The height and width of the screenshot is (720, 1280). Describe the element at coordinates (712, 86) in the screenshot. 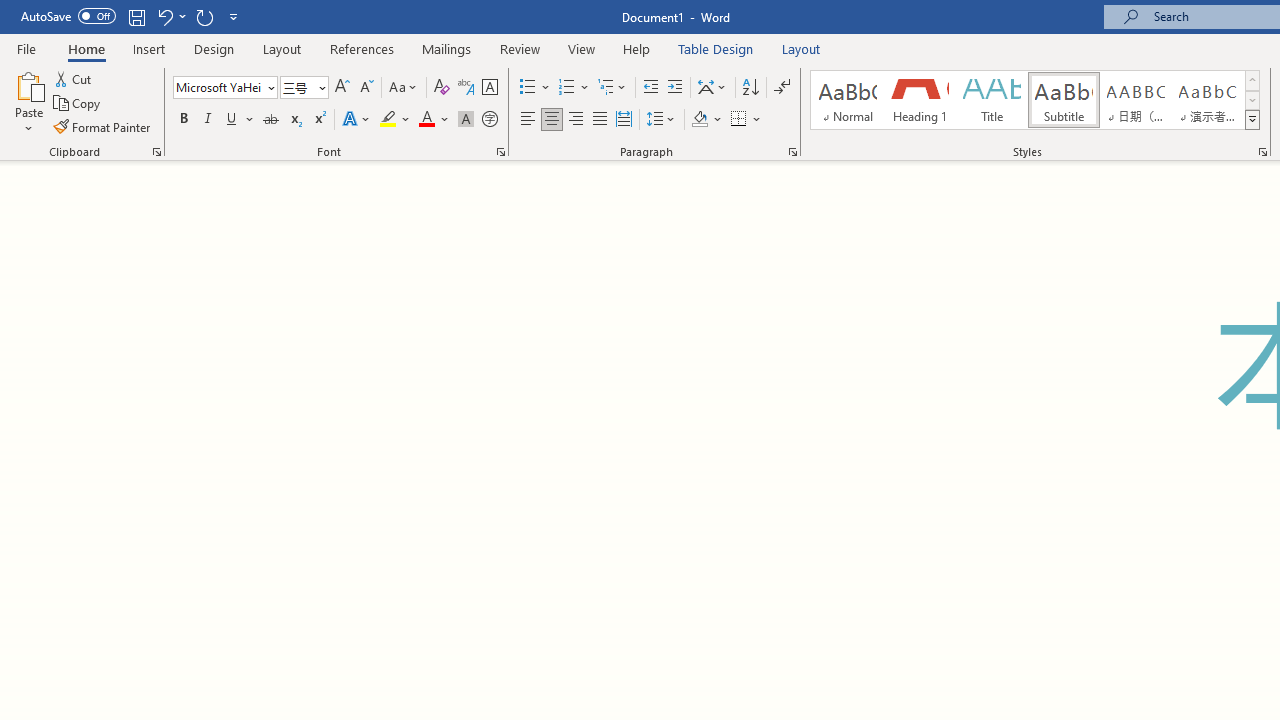

I see `'Asian Layout'` at that location.